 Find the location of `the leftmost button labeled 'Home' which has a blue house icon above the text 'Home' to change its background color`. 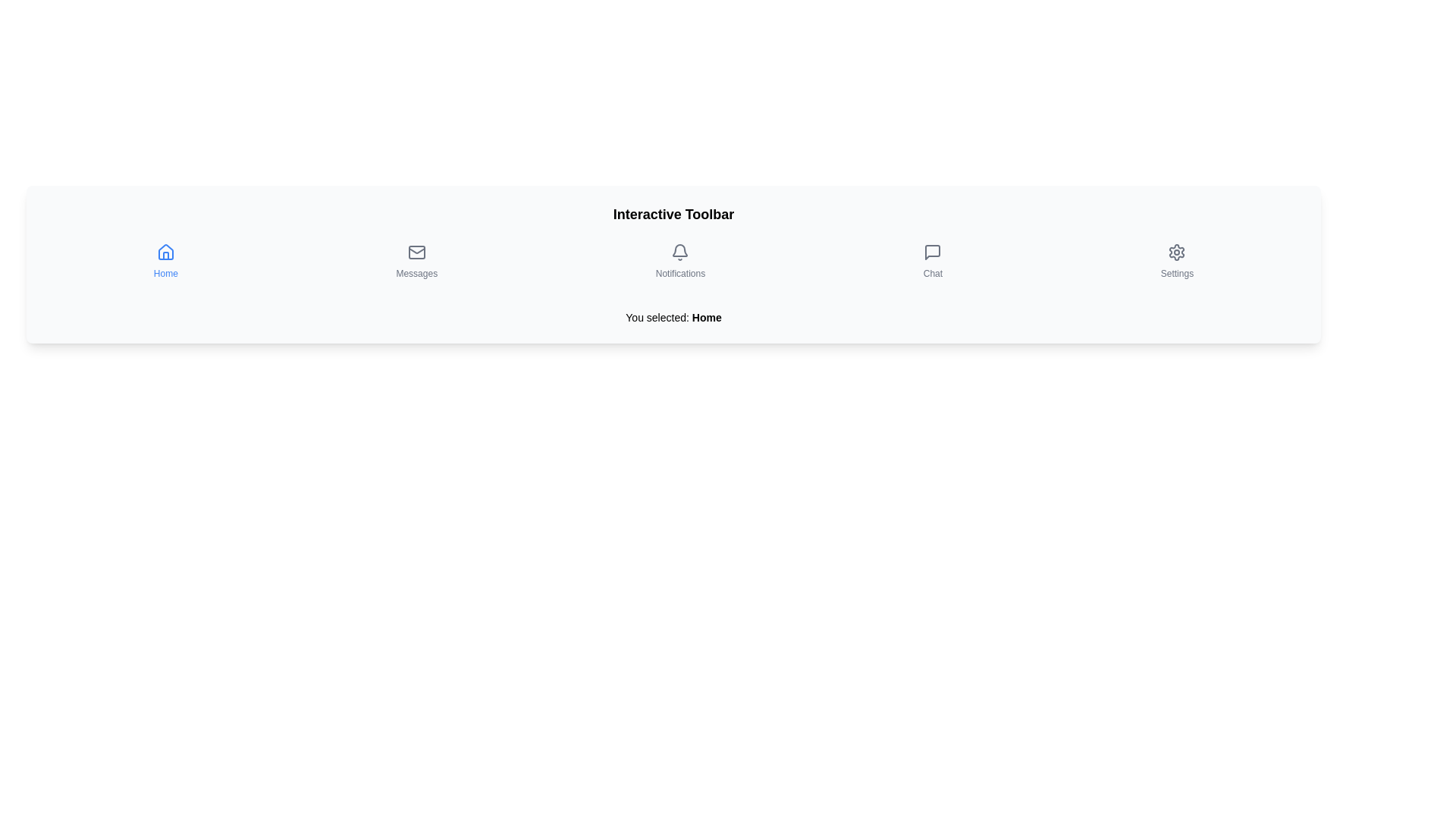

the leftmost button labeled 'Home' which has a blue house icon above the text 'Home' to change its background color is located at coordinates (165, 260).